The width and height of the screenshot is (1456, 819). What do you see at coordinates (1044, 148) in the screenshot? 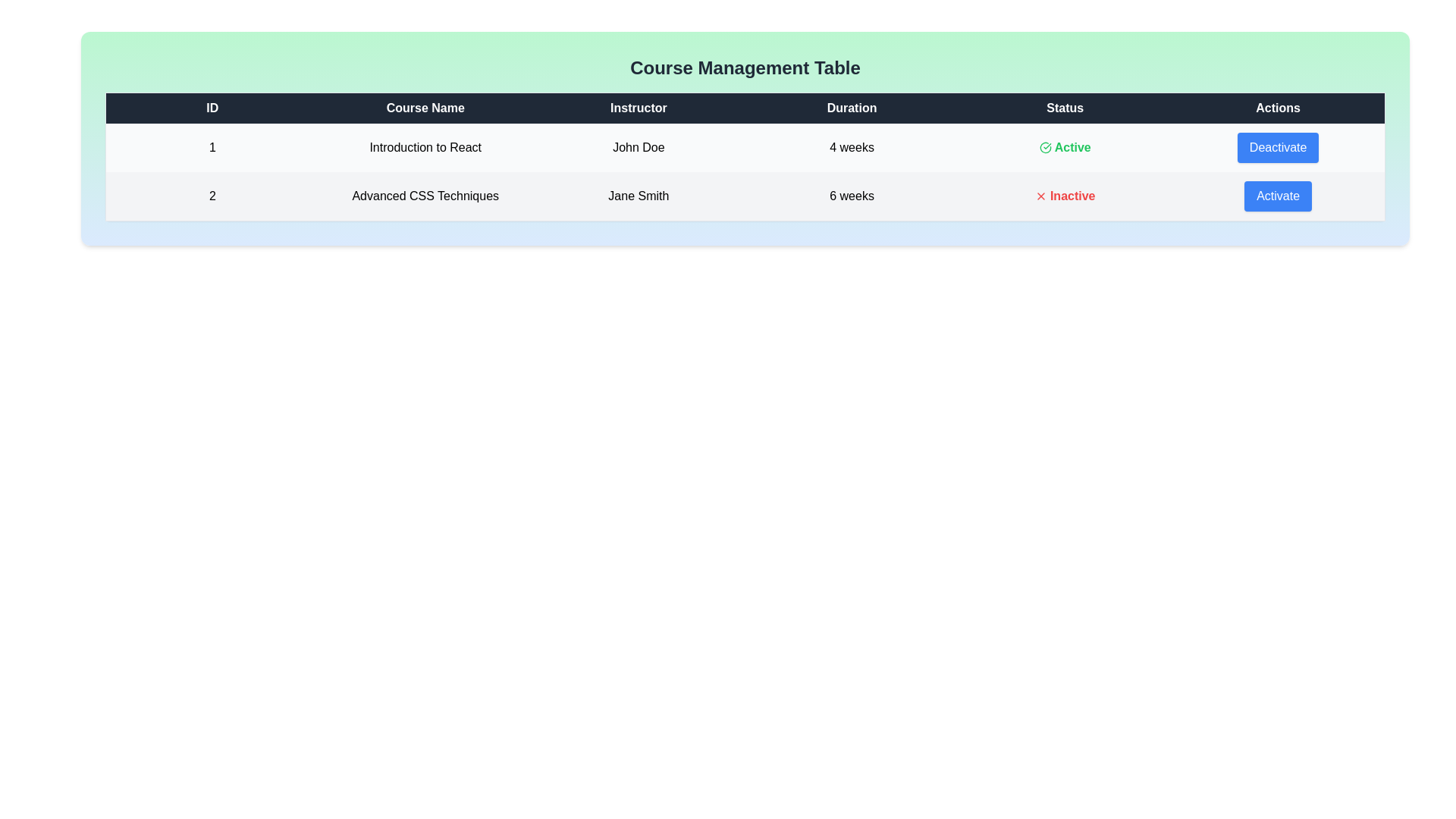
I see `the 'Active' status icon` at bounding box center [1044, 148].